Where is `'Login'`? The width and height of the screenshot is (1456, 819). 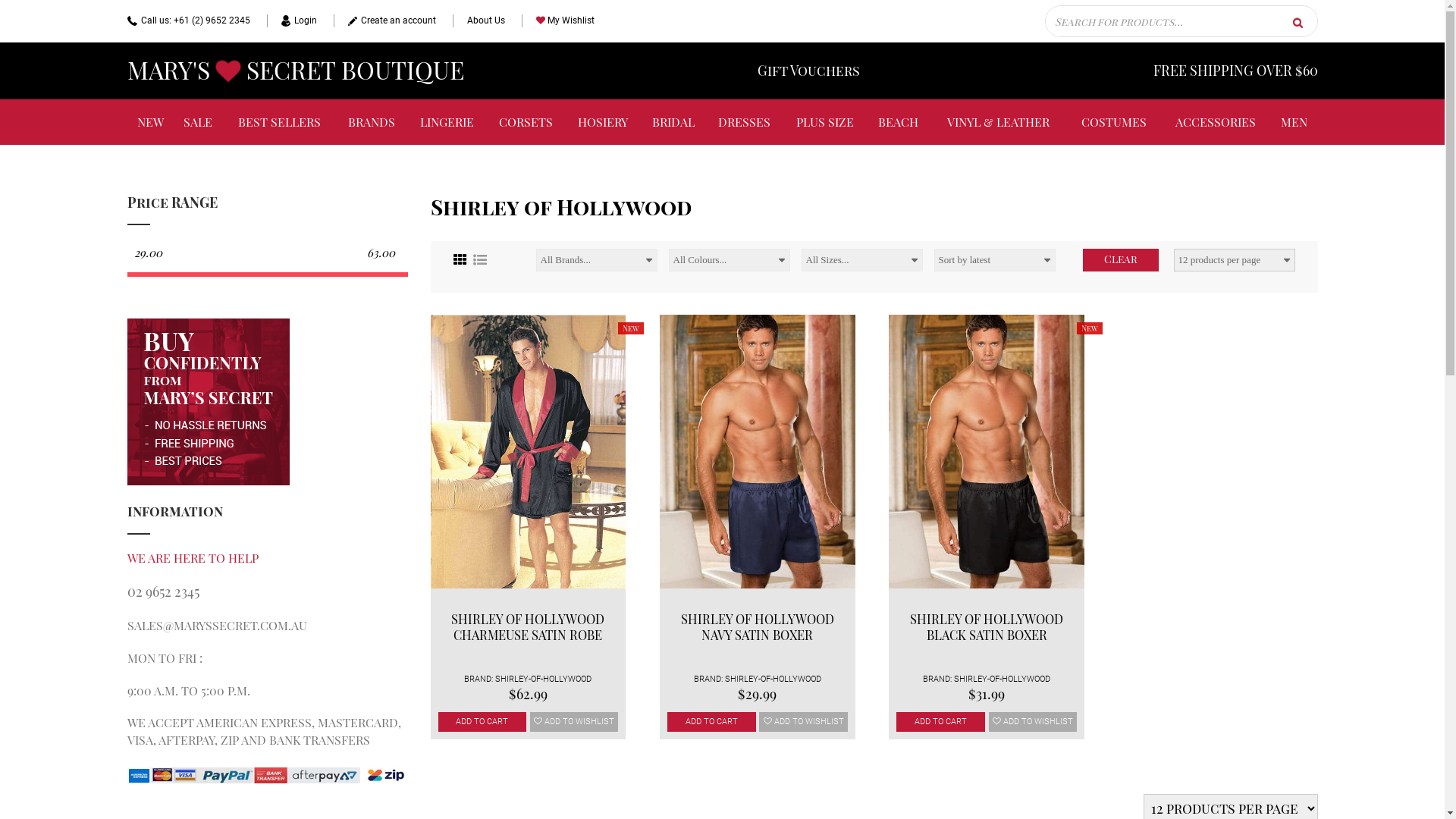 'Login' is located at coordinates (291, 20).